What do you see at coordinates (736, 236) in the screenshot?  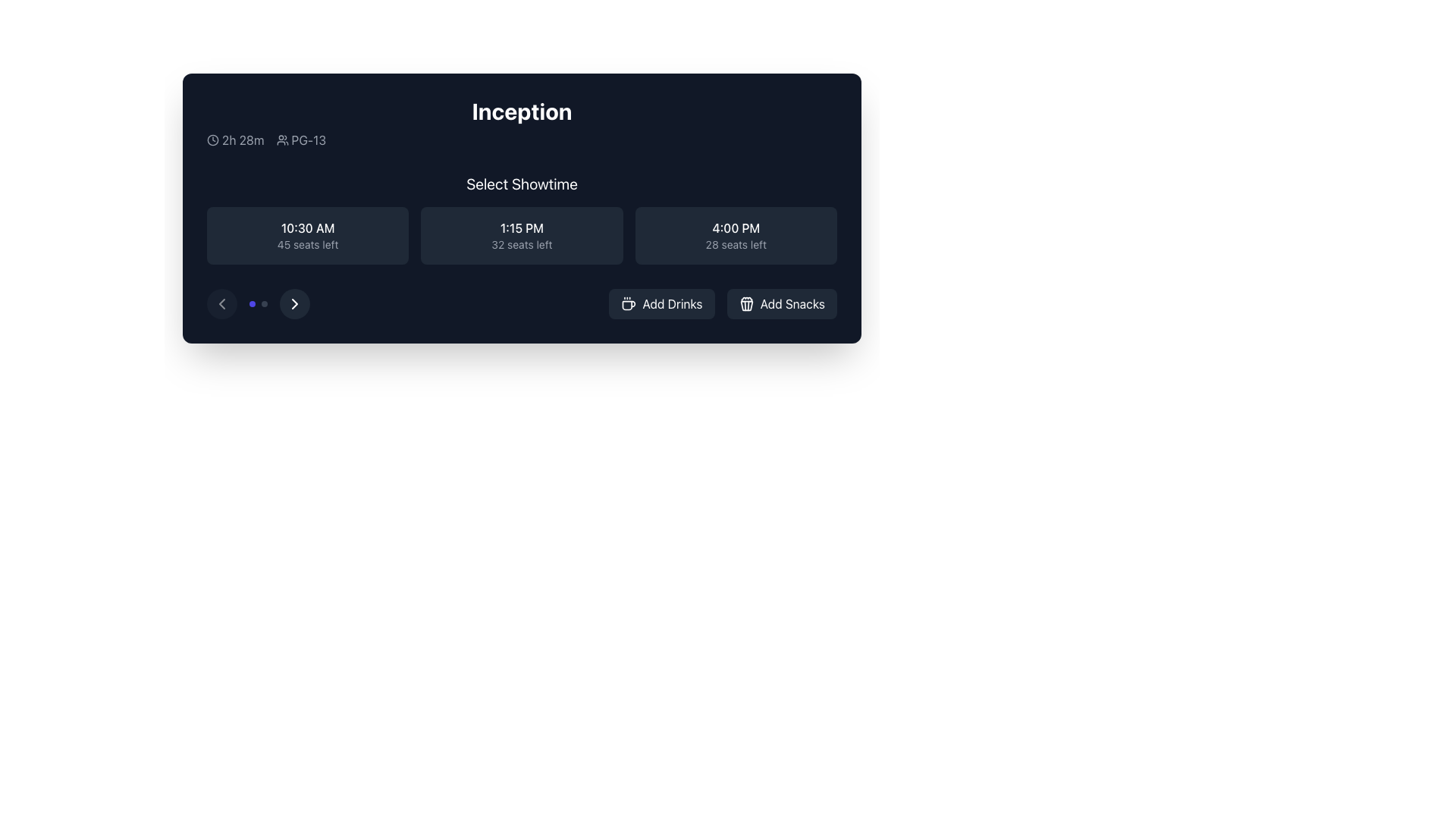 I see `the third interactive card in the grid layout under the 'Select Showtime' heading` at bounding box center [736, 236].